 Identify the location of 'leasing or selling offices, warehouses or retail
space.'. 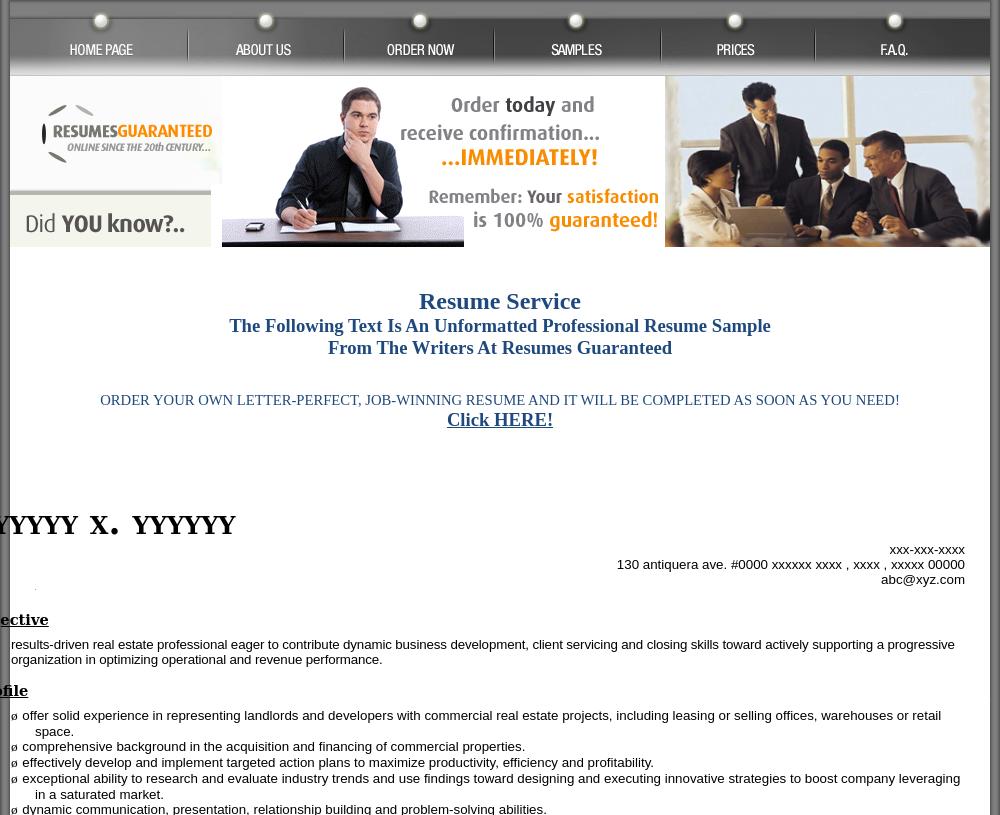
(487, 722).